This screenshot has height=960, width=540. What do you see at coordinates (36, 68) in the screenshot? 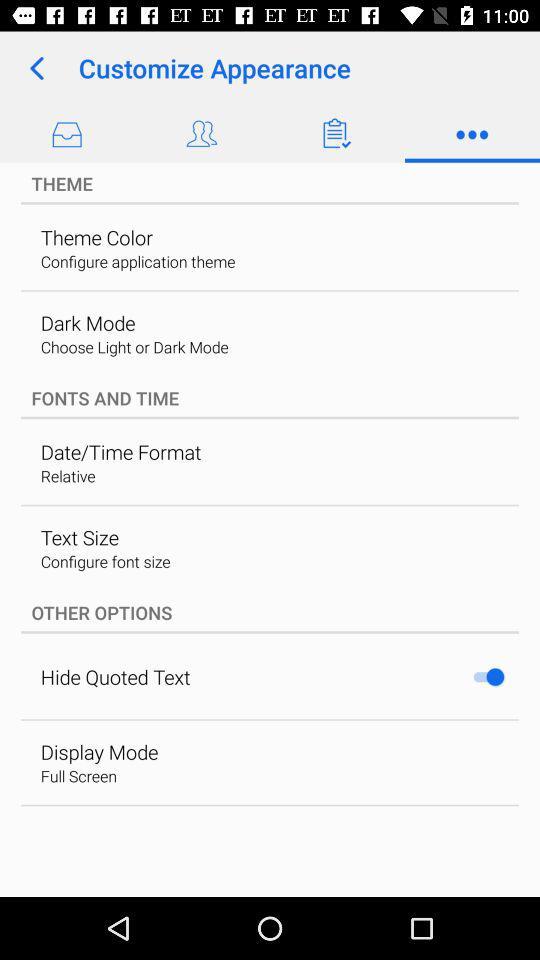
I see `the icon to the left of the customize appearance` at bounding box center [36, 68].